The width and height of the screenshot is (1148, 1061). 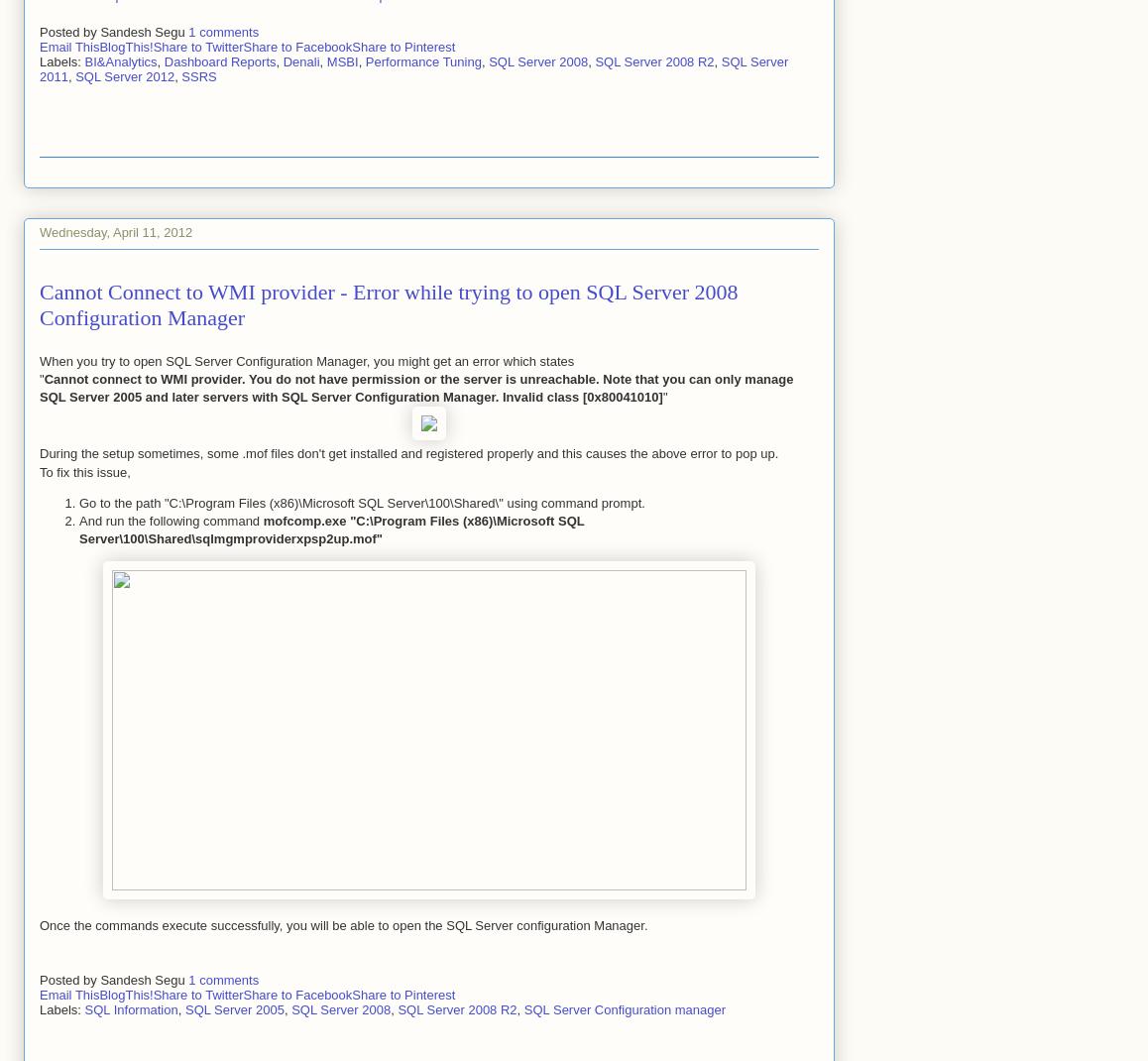 I want to click on 'And run the following command', so click(x=170, y=520).